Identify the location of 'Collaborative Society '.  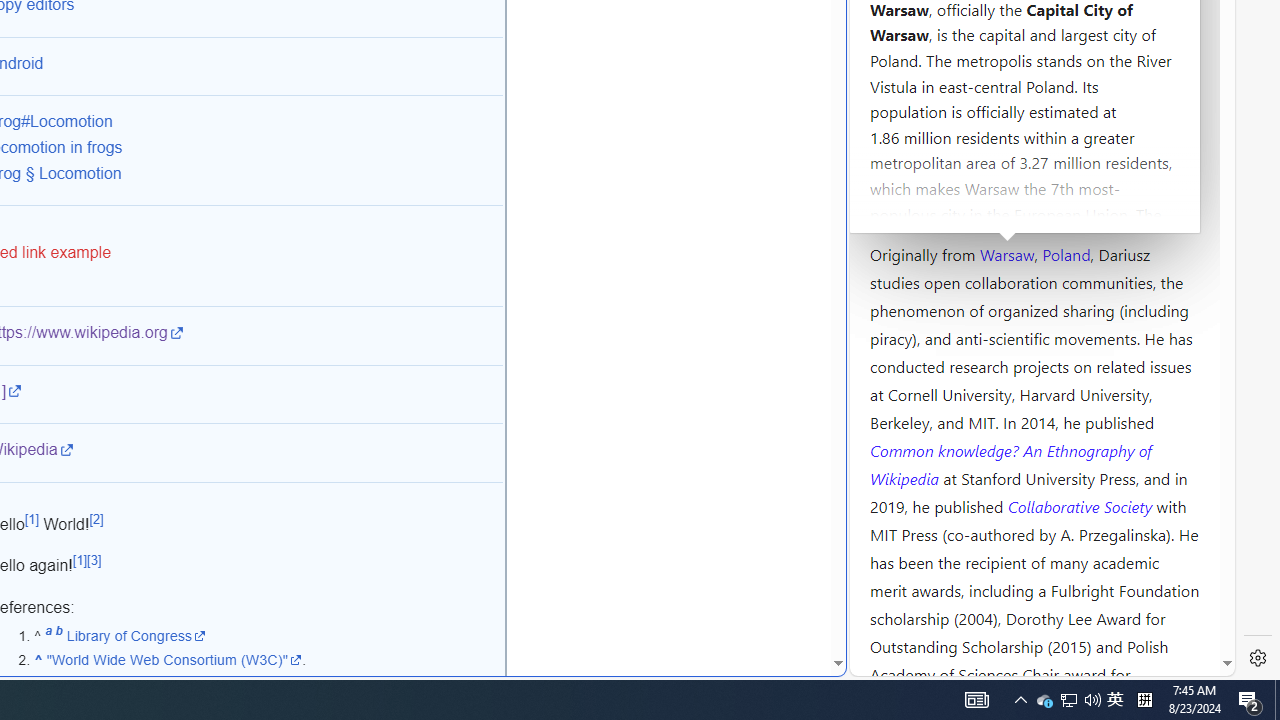
(1081, 504).